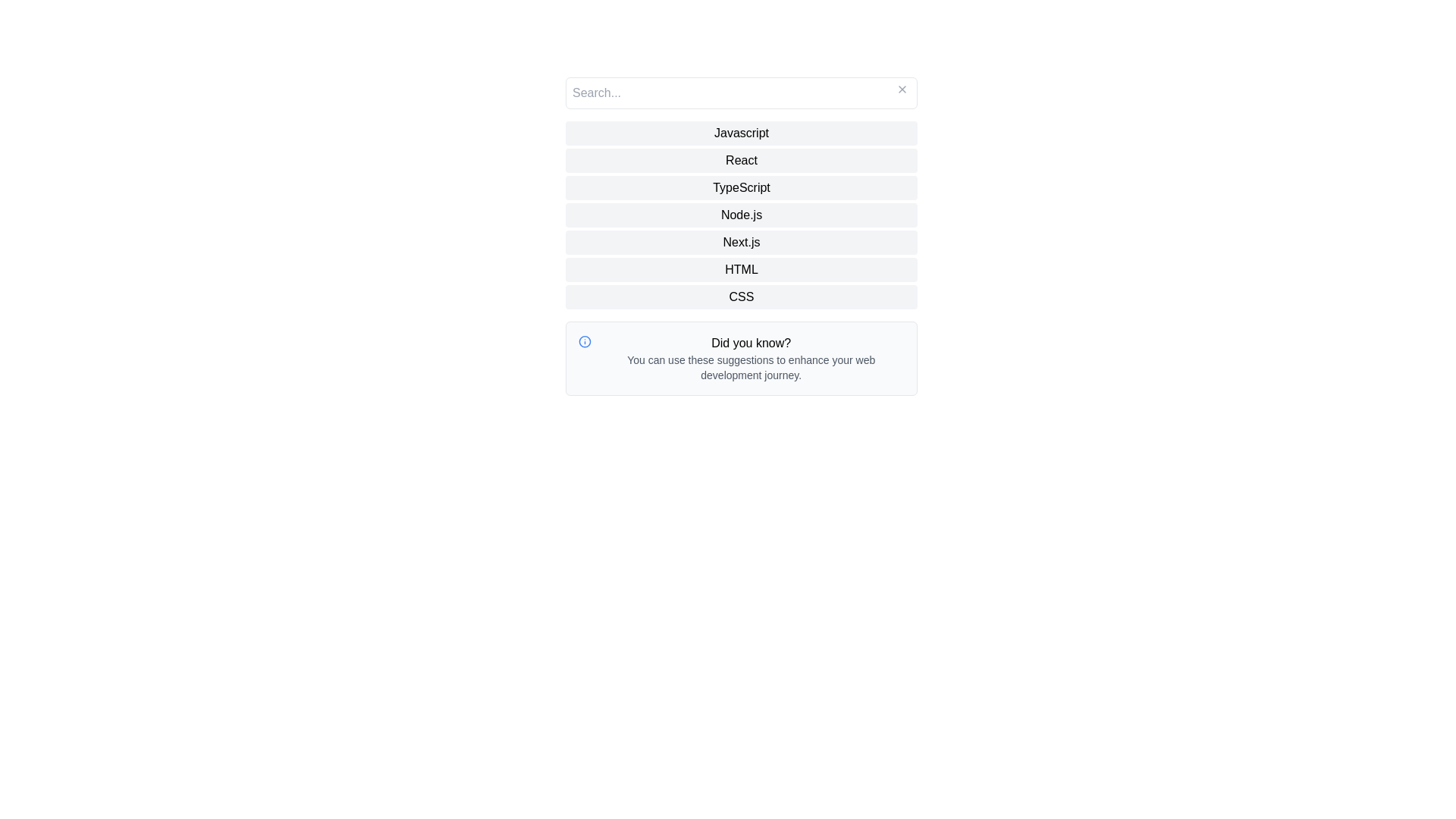 The width and height of the screenshot is (1456, 819). I want to click on the 'React' tab, which is the second button in a vertically arranged list of seven tabs, so click(742, 161).